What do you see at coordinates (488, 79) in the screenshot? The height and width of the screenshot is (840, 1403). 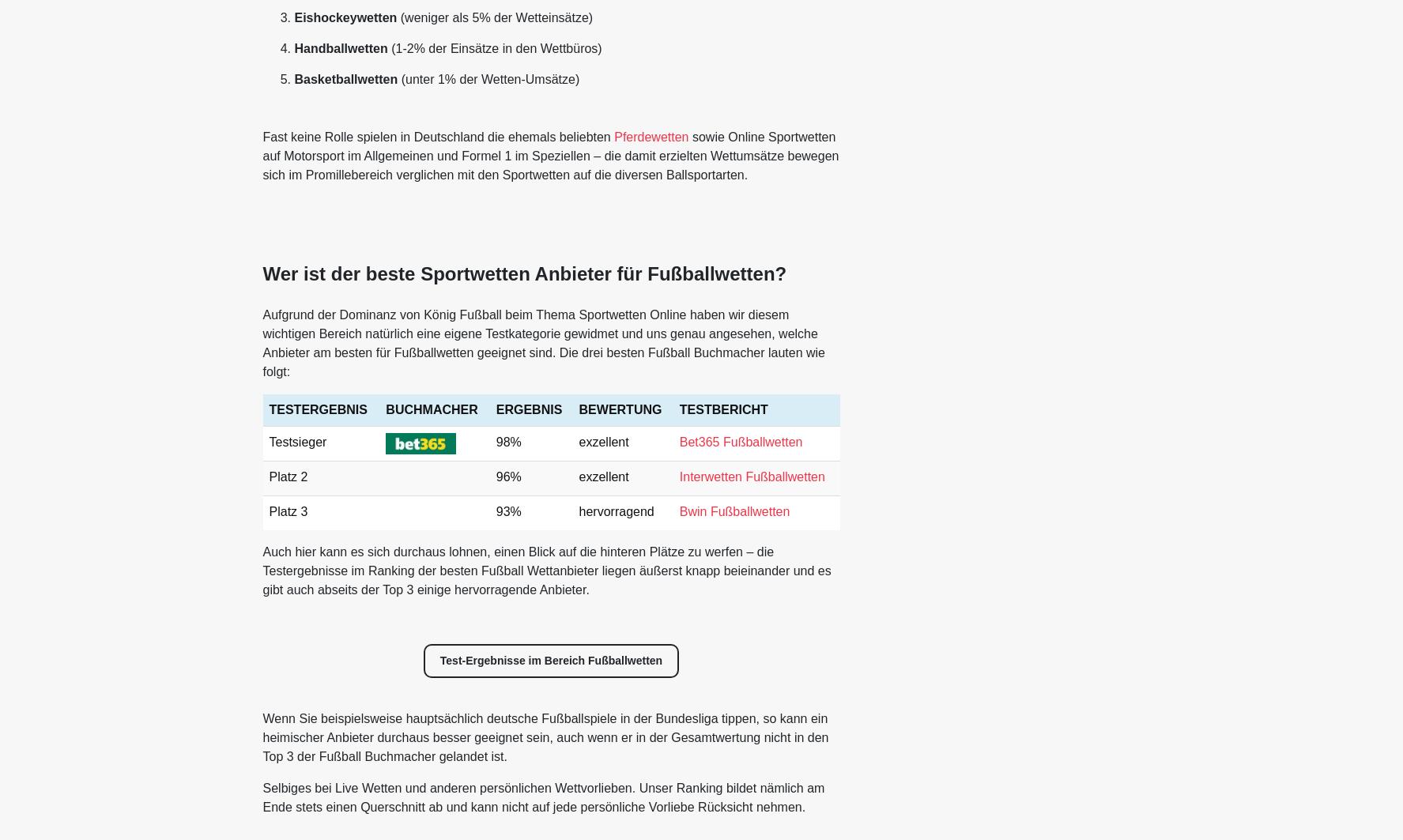 I see `'(unter 1% der Wetten-Umsätze)'` at bounding box center [488, 79].